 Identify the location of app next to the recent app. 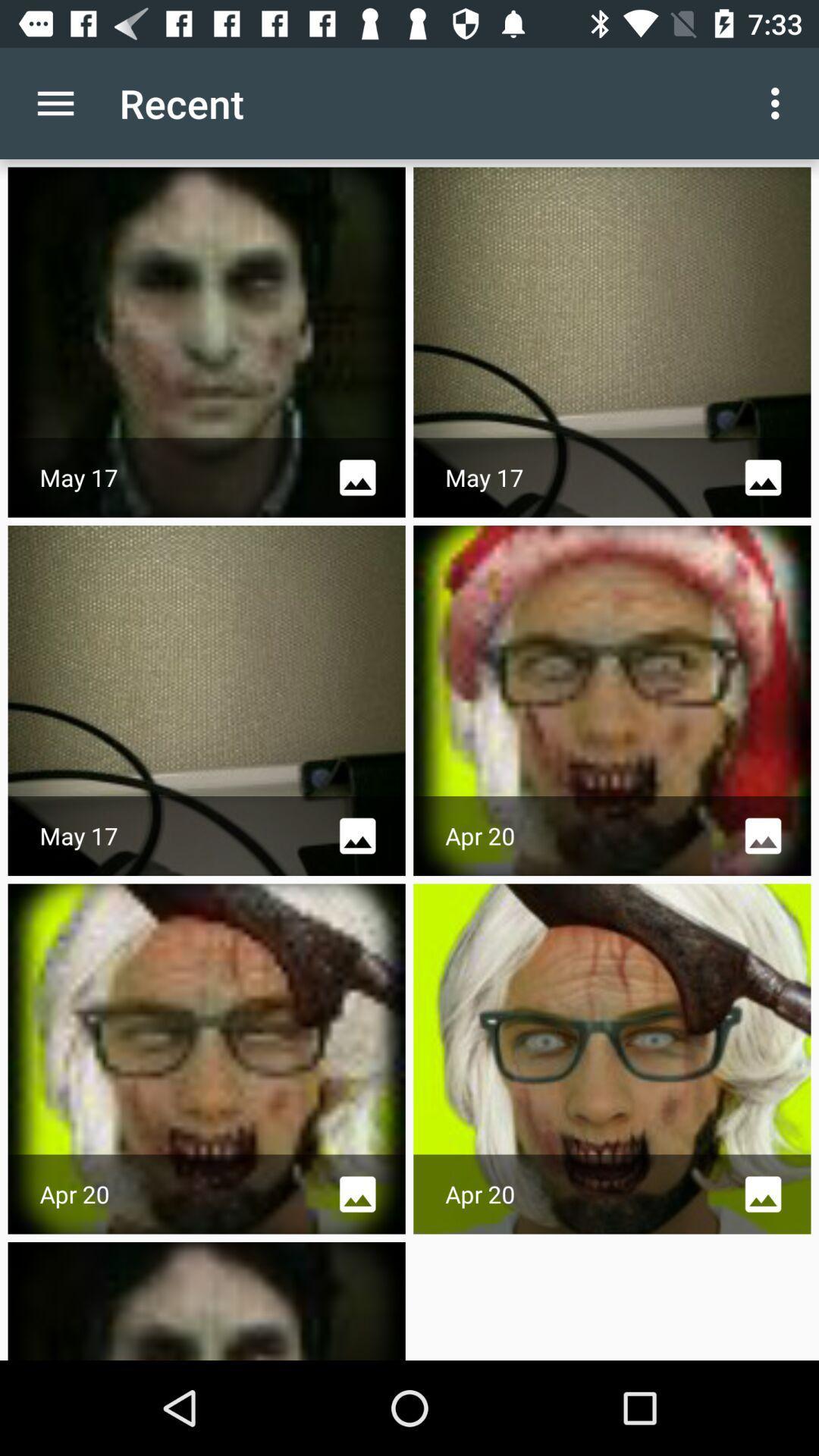
(55, 102).